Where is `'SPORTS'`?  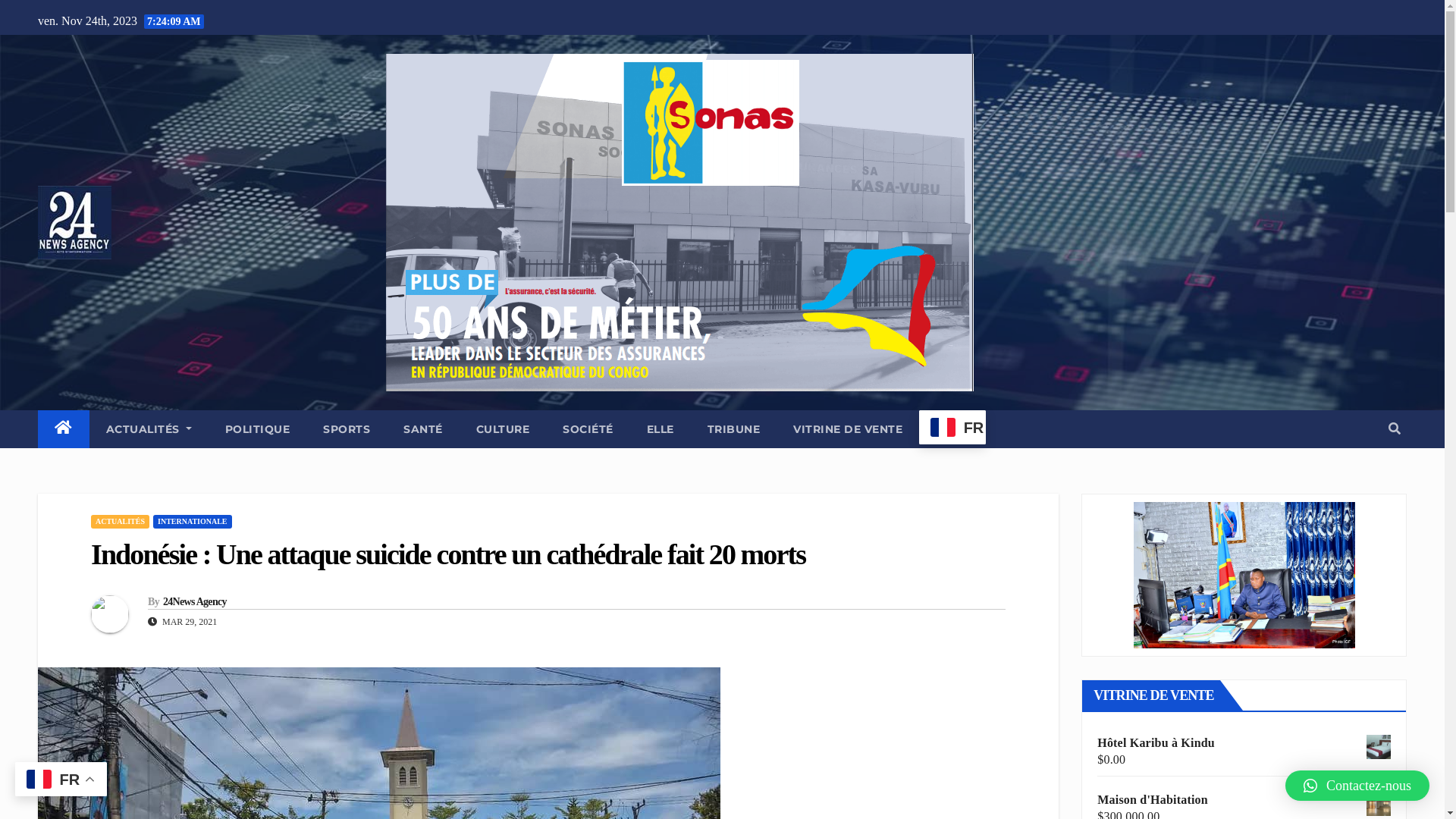 'SPORTS' is located at coordinates (345, 429).